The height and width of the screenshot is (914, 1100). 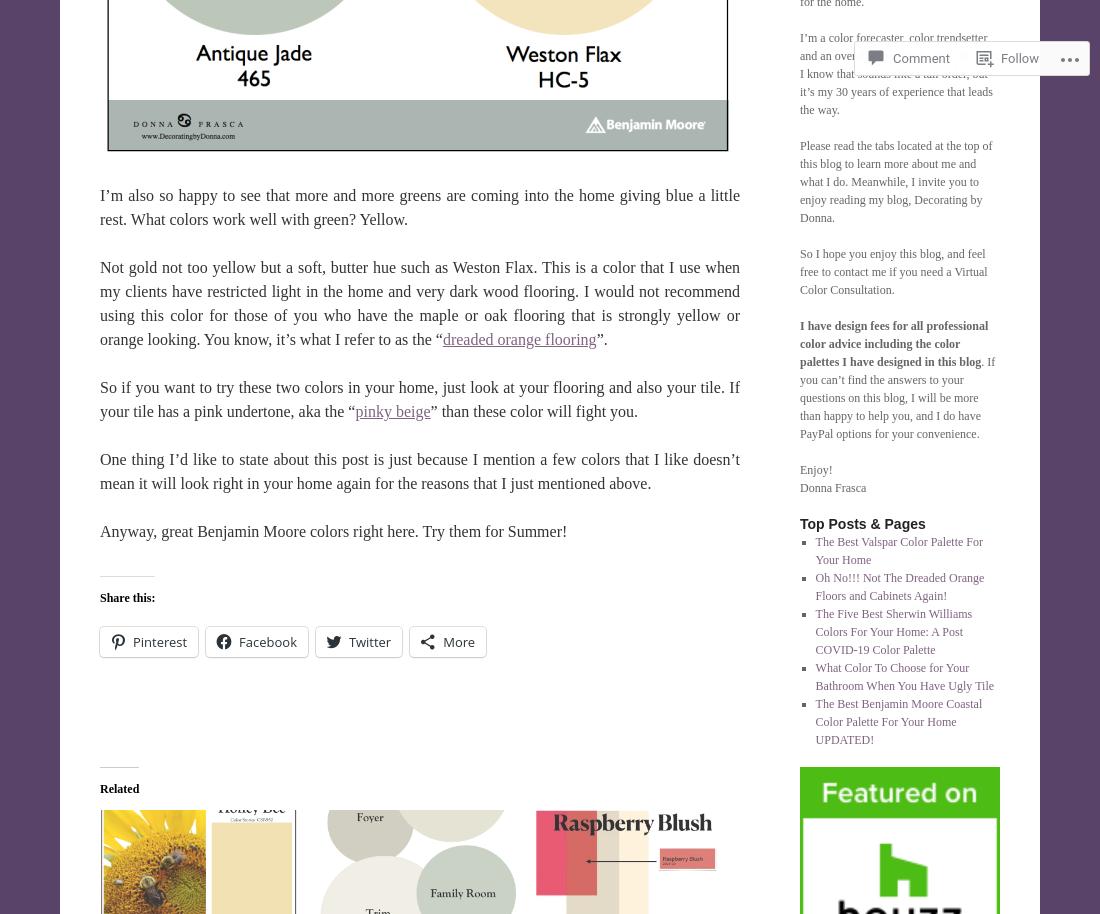 What do you see at coordinates (892, 343) in the screenshot?
I see `'I have design fees for all professional color advice including the color palettes I have designed in this blog'` at bounding box center [892, 343].